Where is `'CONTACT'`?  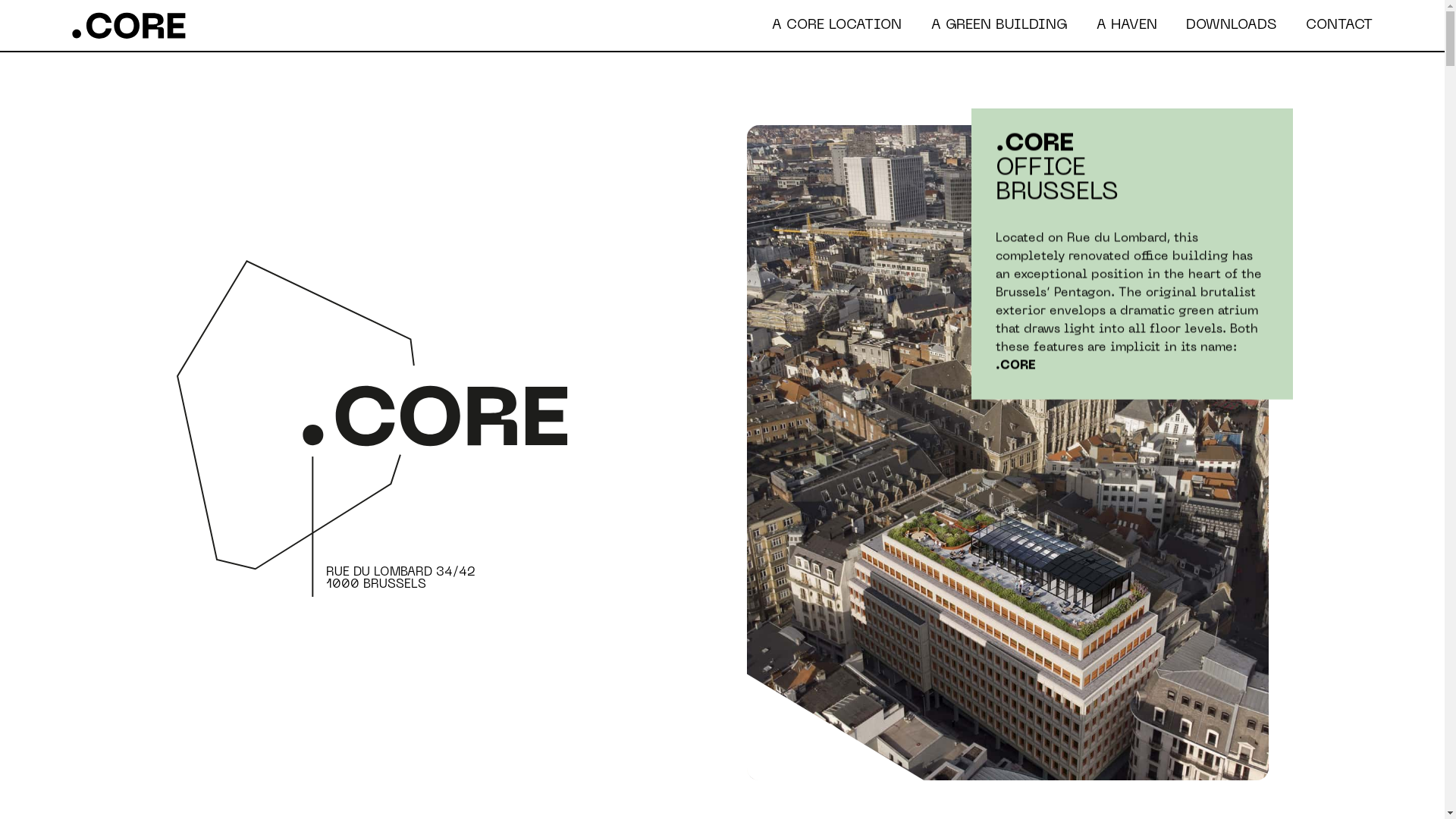
'CONTACT' is located at coordinates (1339, 25).